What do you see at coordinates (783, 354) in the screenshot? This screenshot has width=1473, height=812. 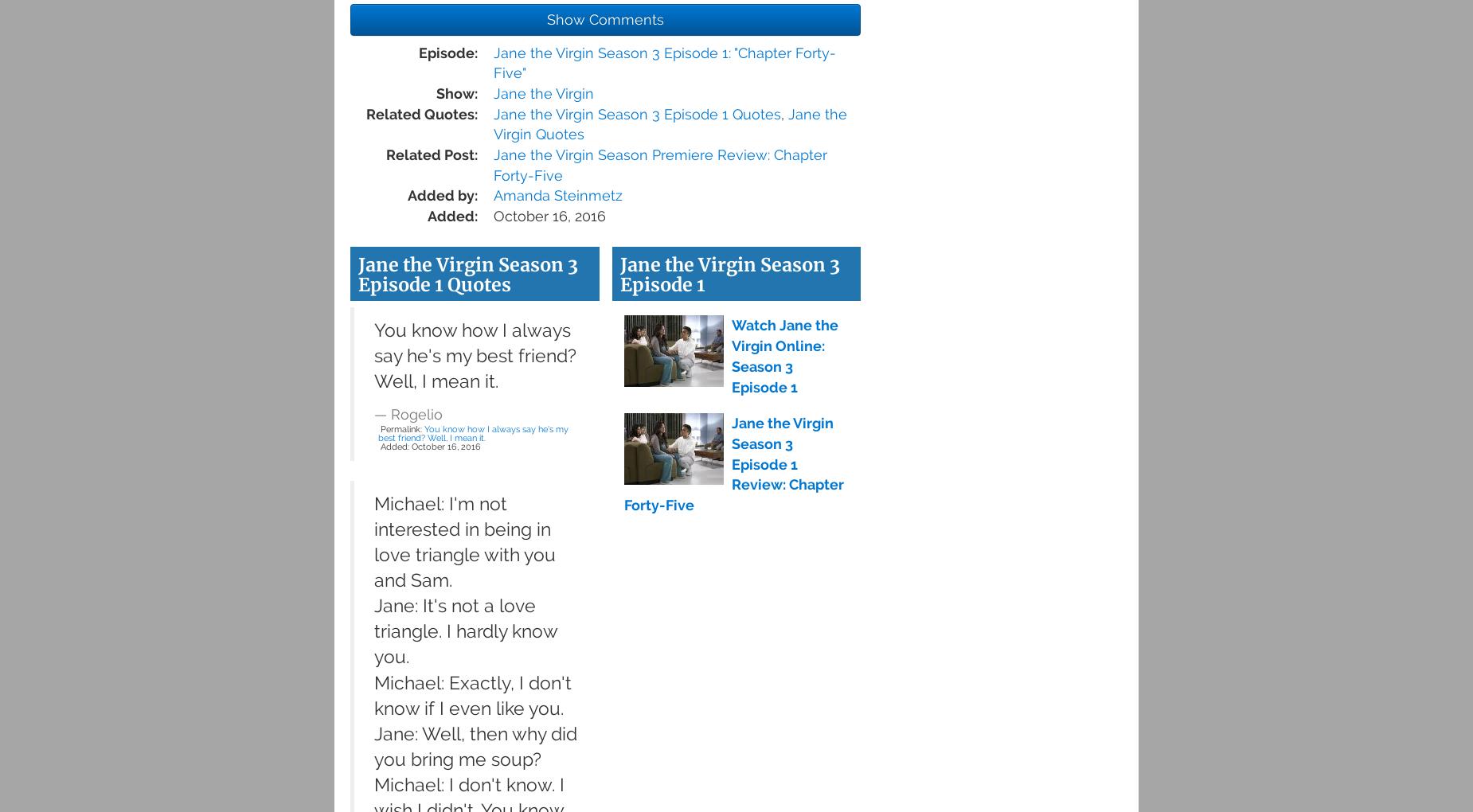 I see `'Watch Jane the Virgin Online: Season 3 Episode 1'` at bounding box center [783, 354].